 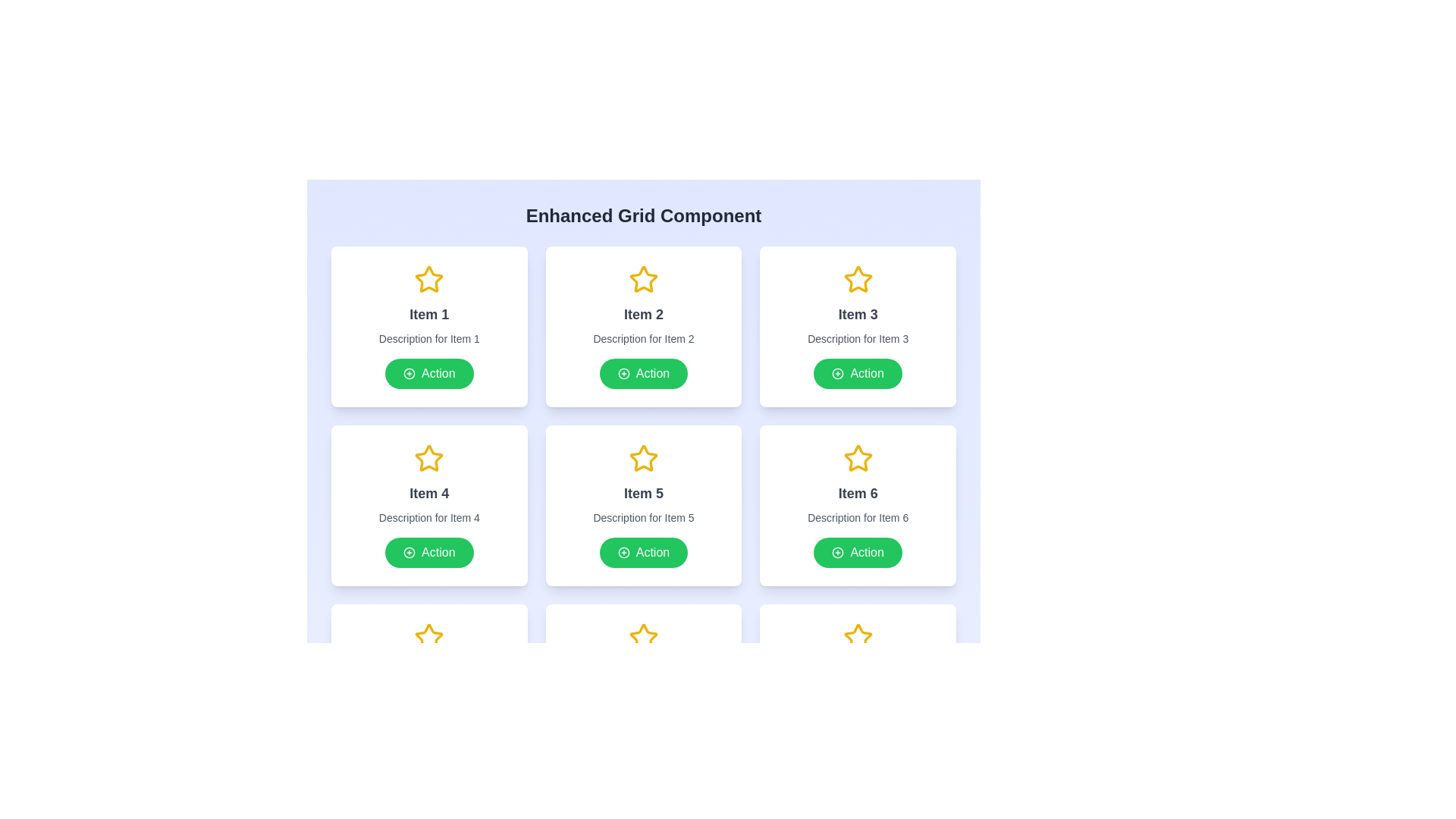 What do you see at coordinates (644, 494) in the screenshot?
I see `the Text Label that serves as a title within the card labeled 'Item 5', located in the second row and second column of the grid` at bounding box center [644, 494].